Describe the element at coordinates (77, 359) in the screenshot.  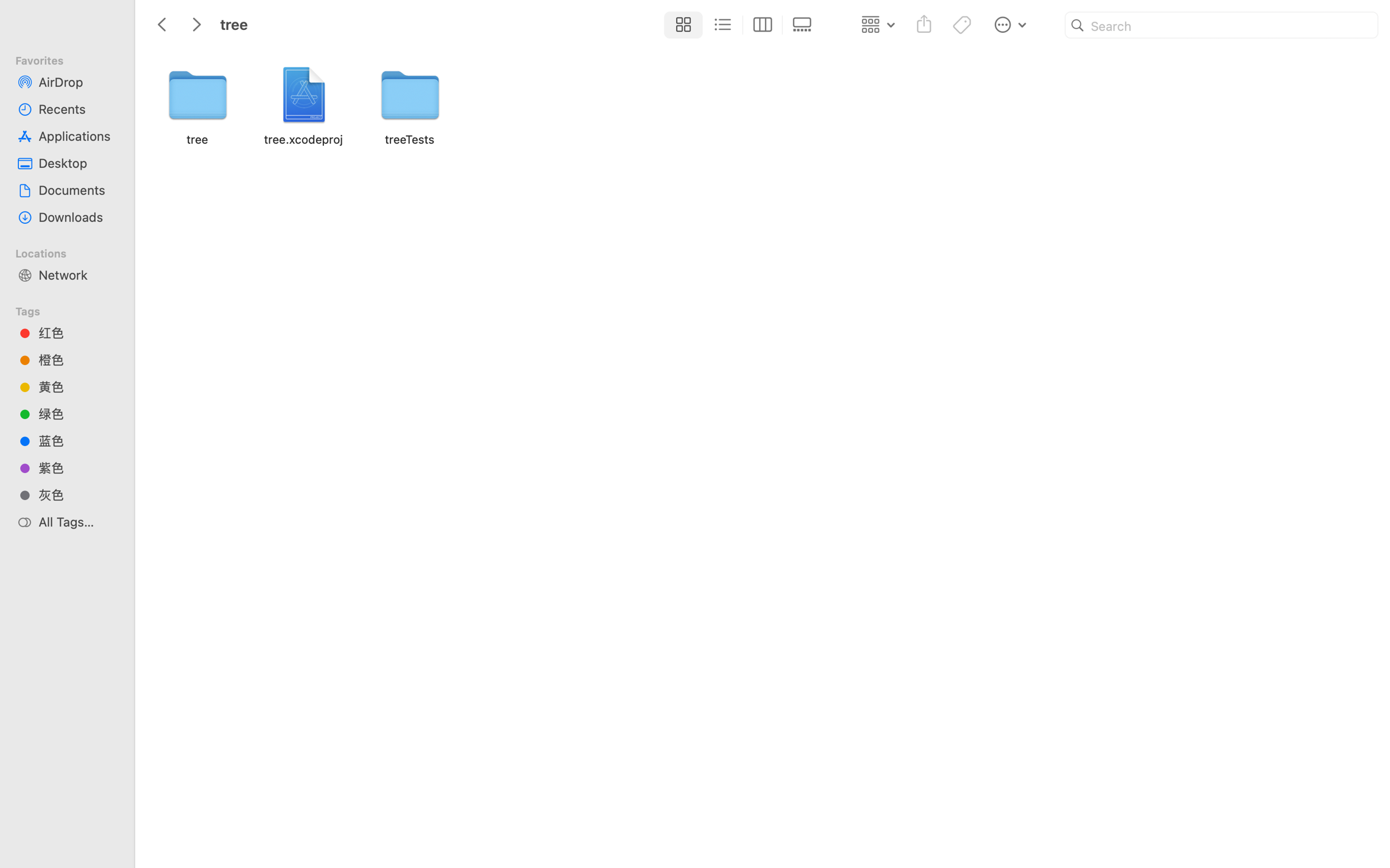
I see `'橙色'` at that location.